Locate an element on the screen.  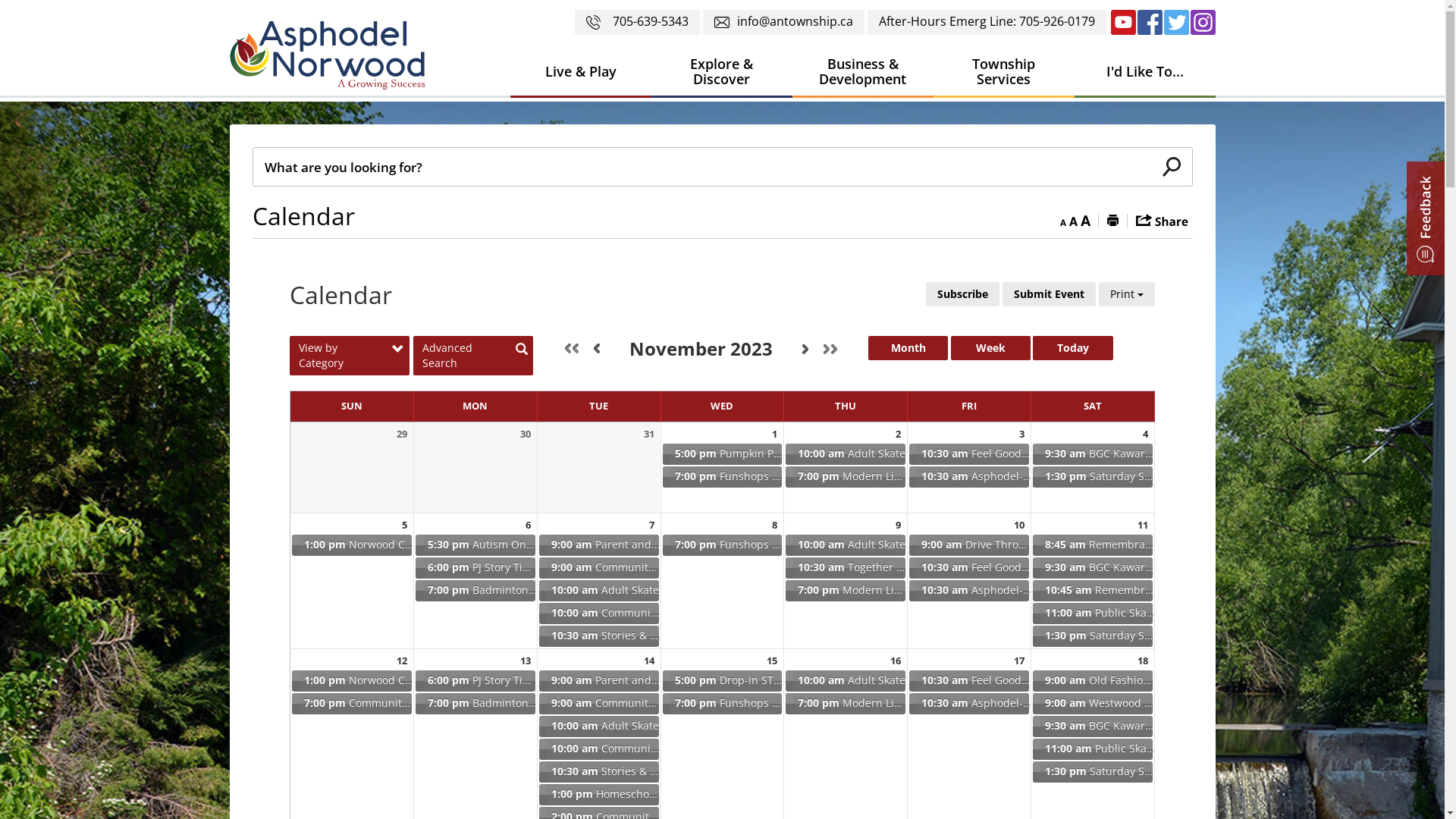
'10:30 am Feel Good Fridays' is located at coordinates (968, 453).